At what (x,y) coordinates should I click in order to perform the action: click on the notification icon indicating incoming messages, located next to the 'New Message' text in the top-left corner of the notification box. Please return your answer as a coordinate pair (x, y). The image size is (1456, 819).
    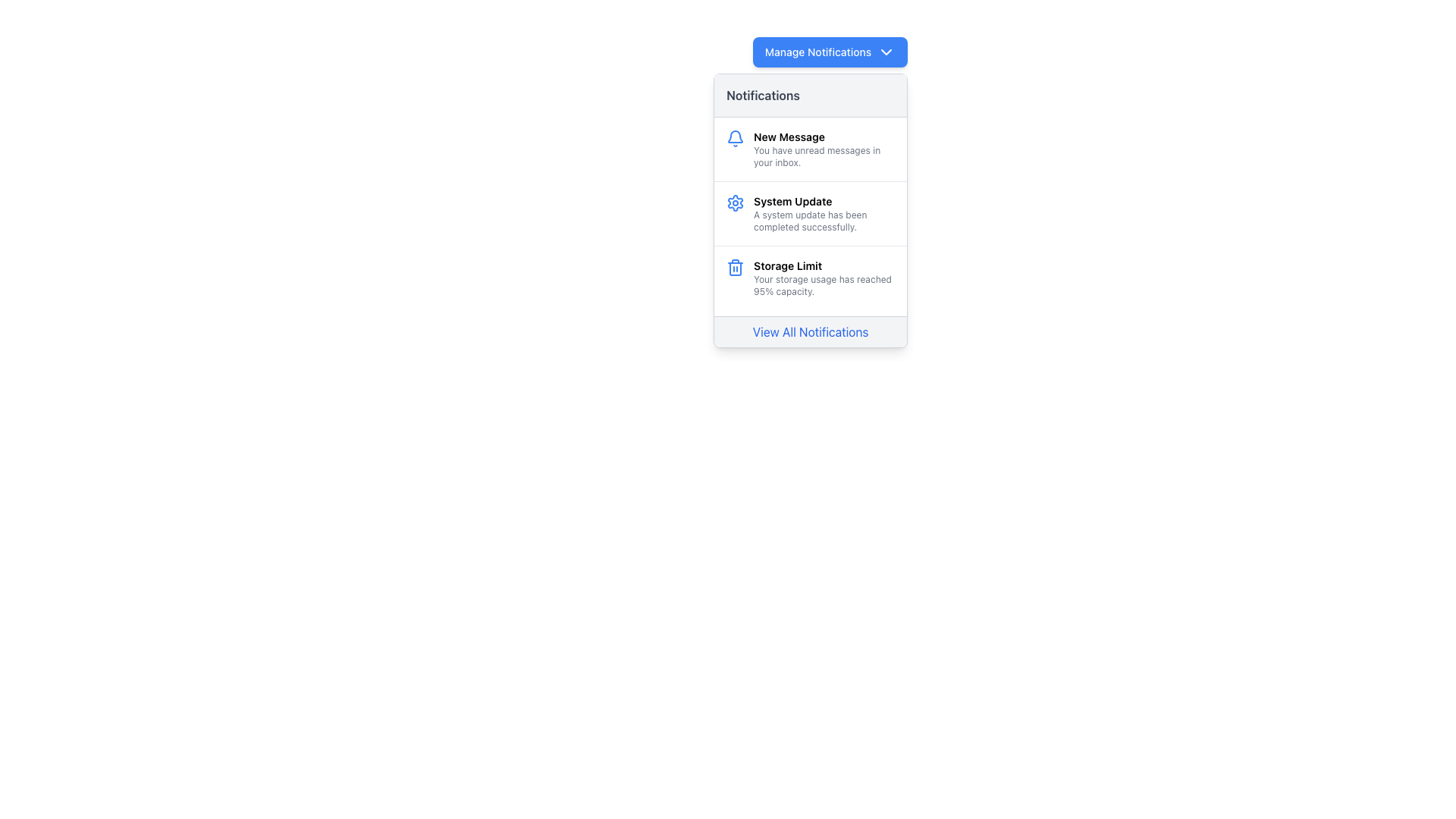
    Looking at the image, I should click on (735, 138).